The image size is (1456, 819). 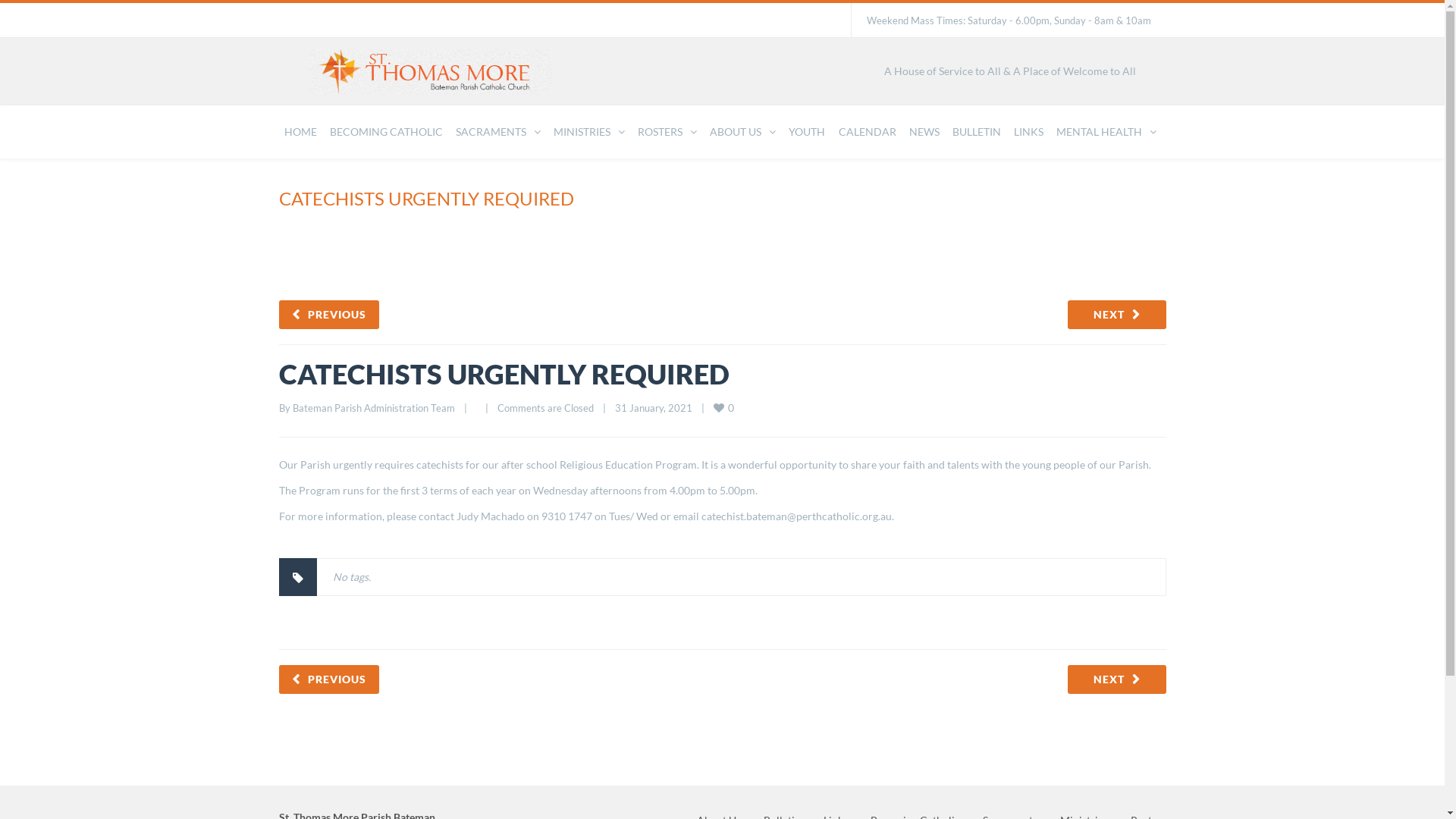 What do you see at coordinates (328, 314) in the screenshot?
I see `'PREVIOUS'` at bounding box center [328, 314].